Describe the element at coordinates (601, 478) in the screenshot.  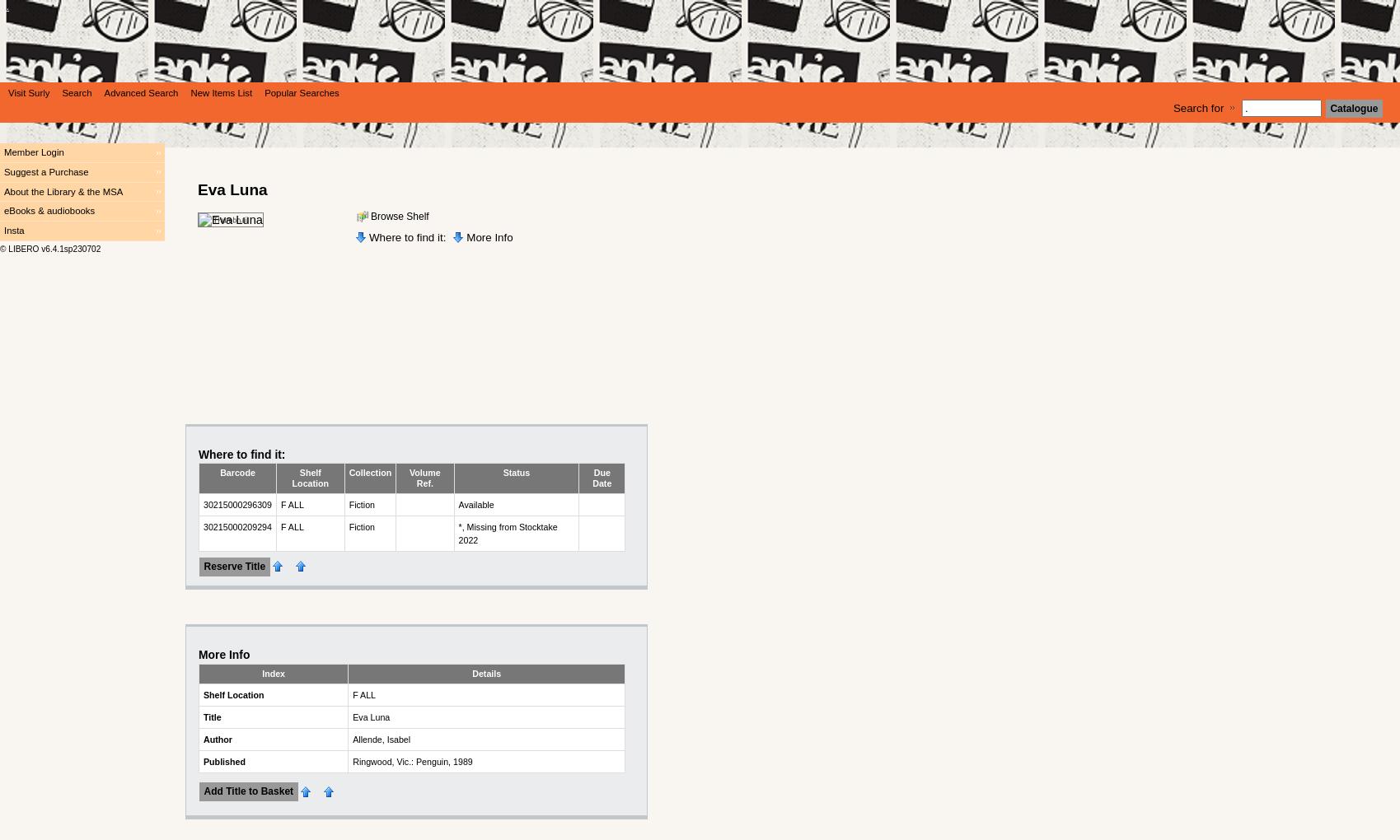
I see `'Due Date'` at that location.